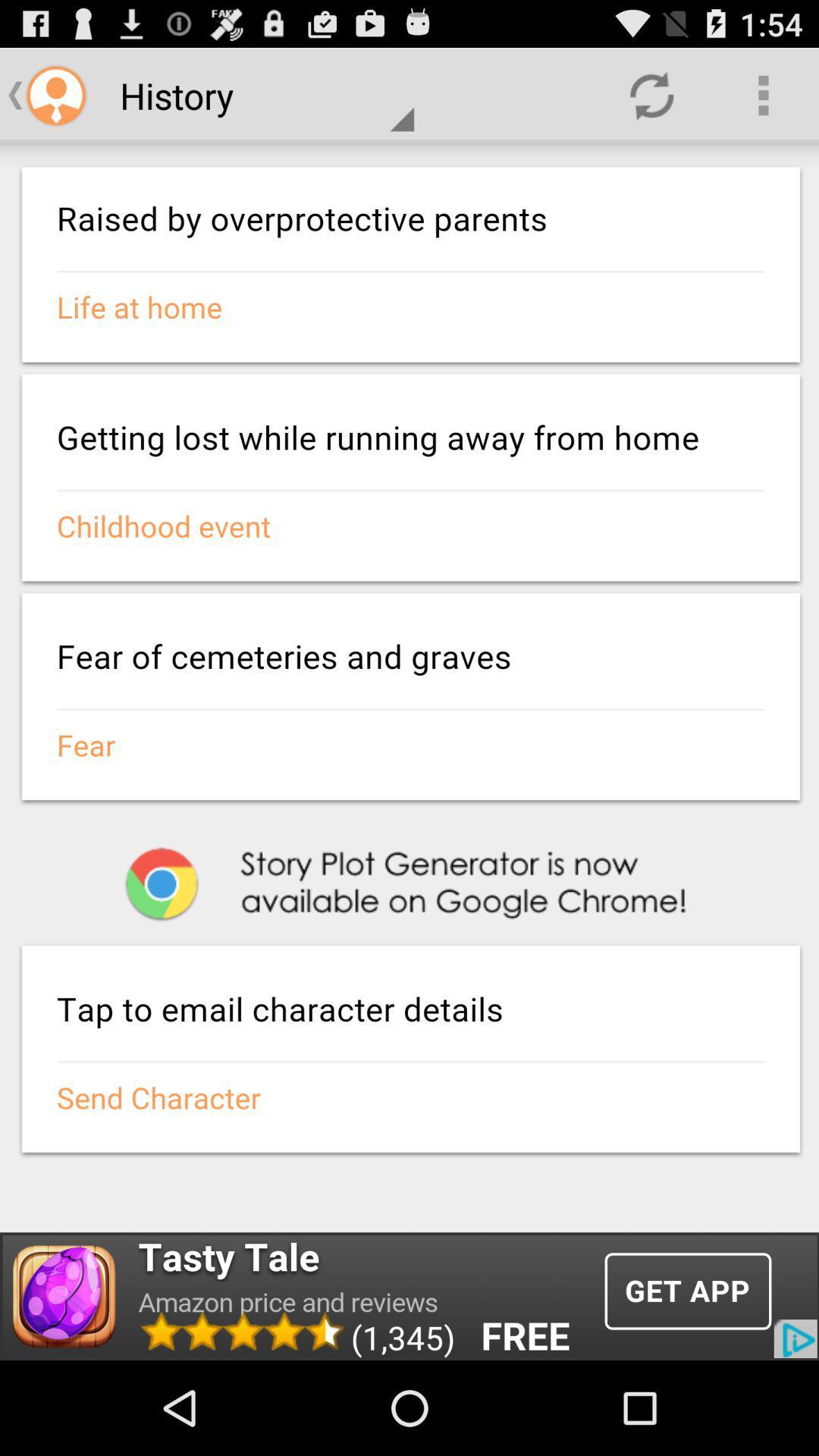 The height and width of the screenshot is (1456, 819). Describe the element at coordinates (409, 686) in the screenshot. I see `screen page` at that location.